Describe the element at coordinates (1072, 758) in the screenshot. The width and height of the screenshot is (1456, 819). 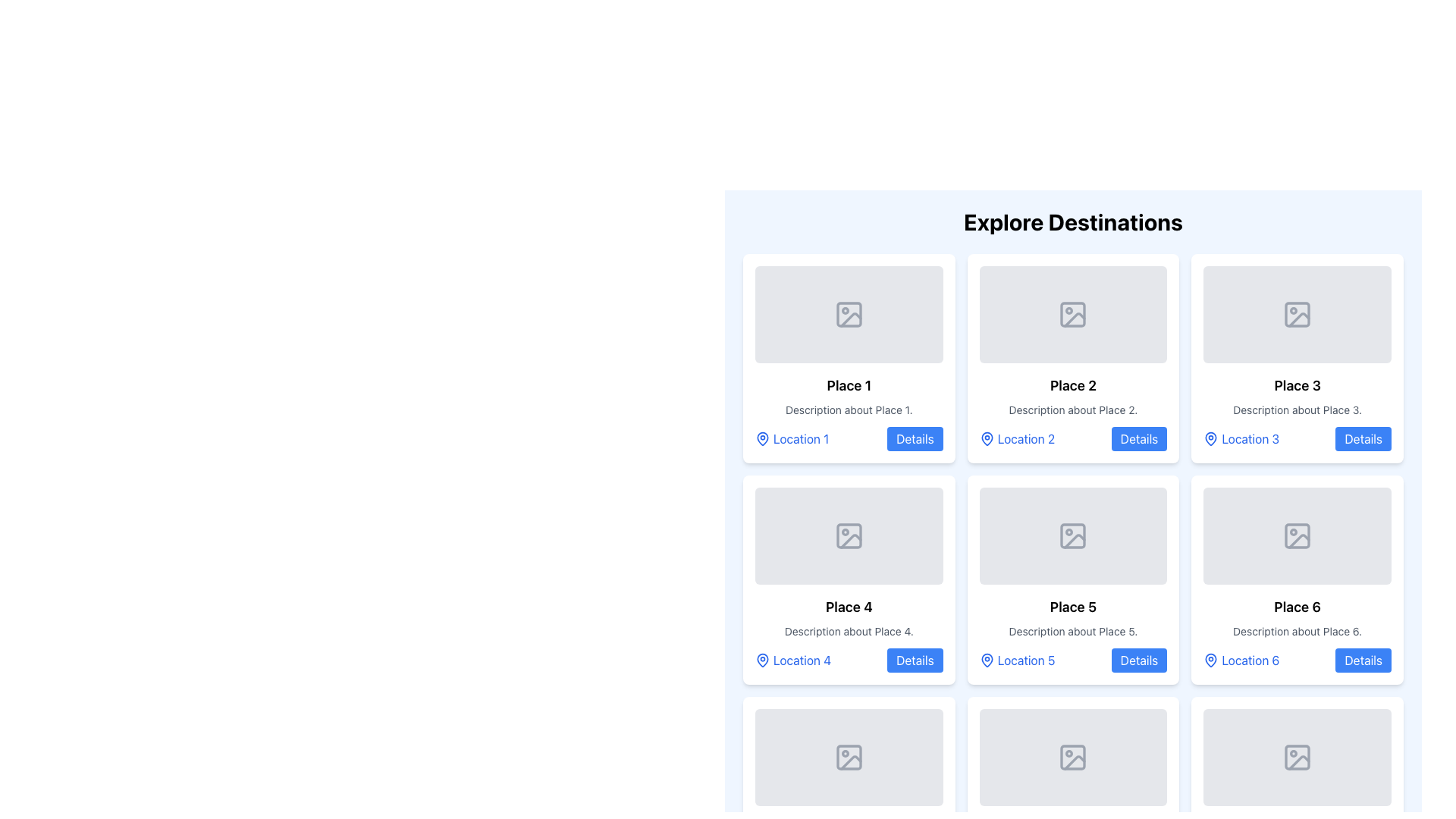
I see `the Icon (placeholder) that indicates the absence of an image, located in the second column of the second row of the grid layout for 'Place 5'` at that location.